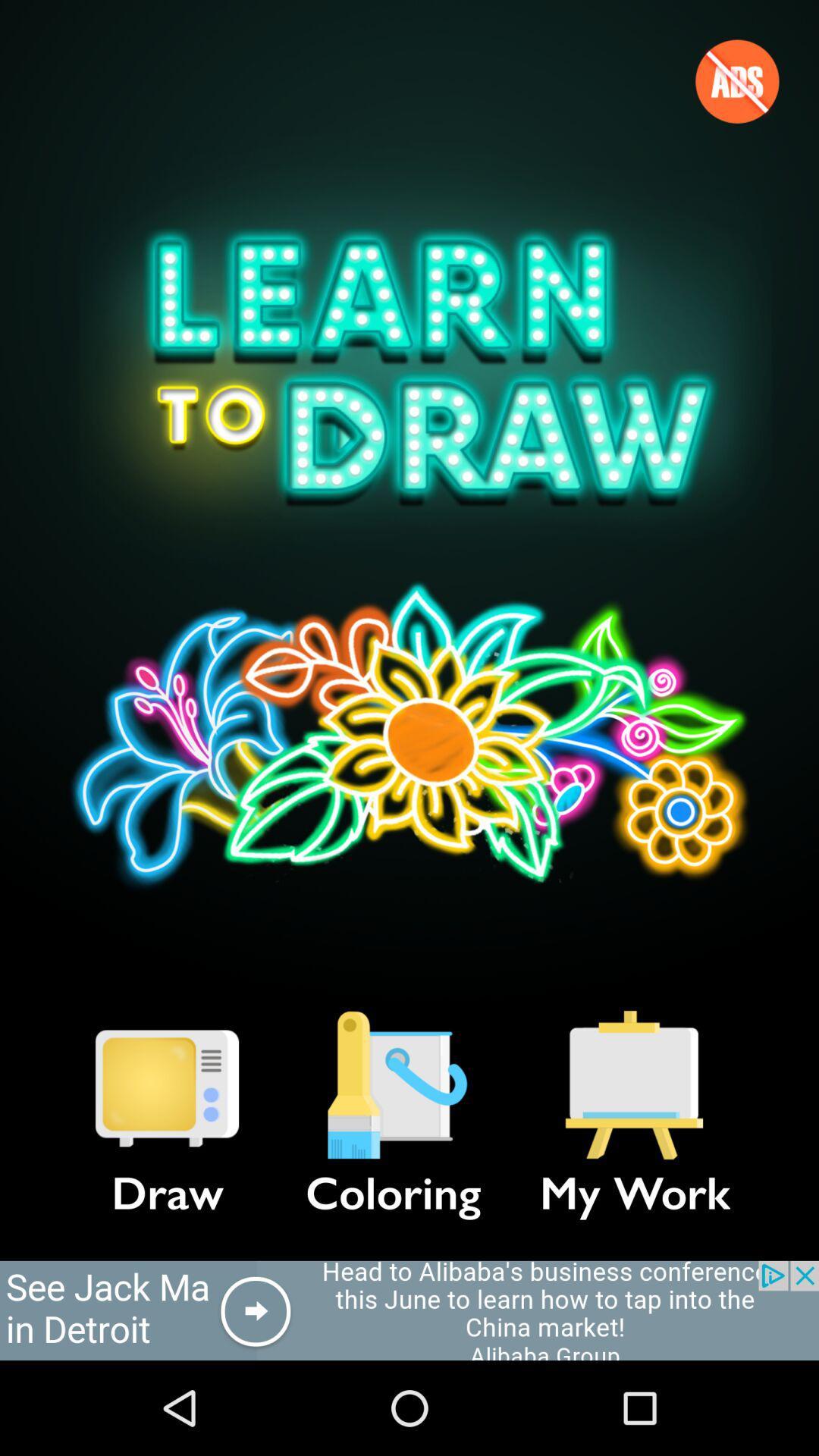 The width and height of the screenshot is (819, 1456). I want to click on the fullscreen icon, so click(635, 1084).